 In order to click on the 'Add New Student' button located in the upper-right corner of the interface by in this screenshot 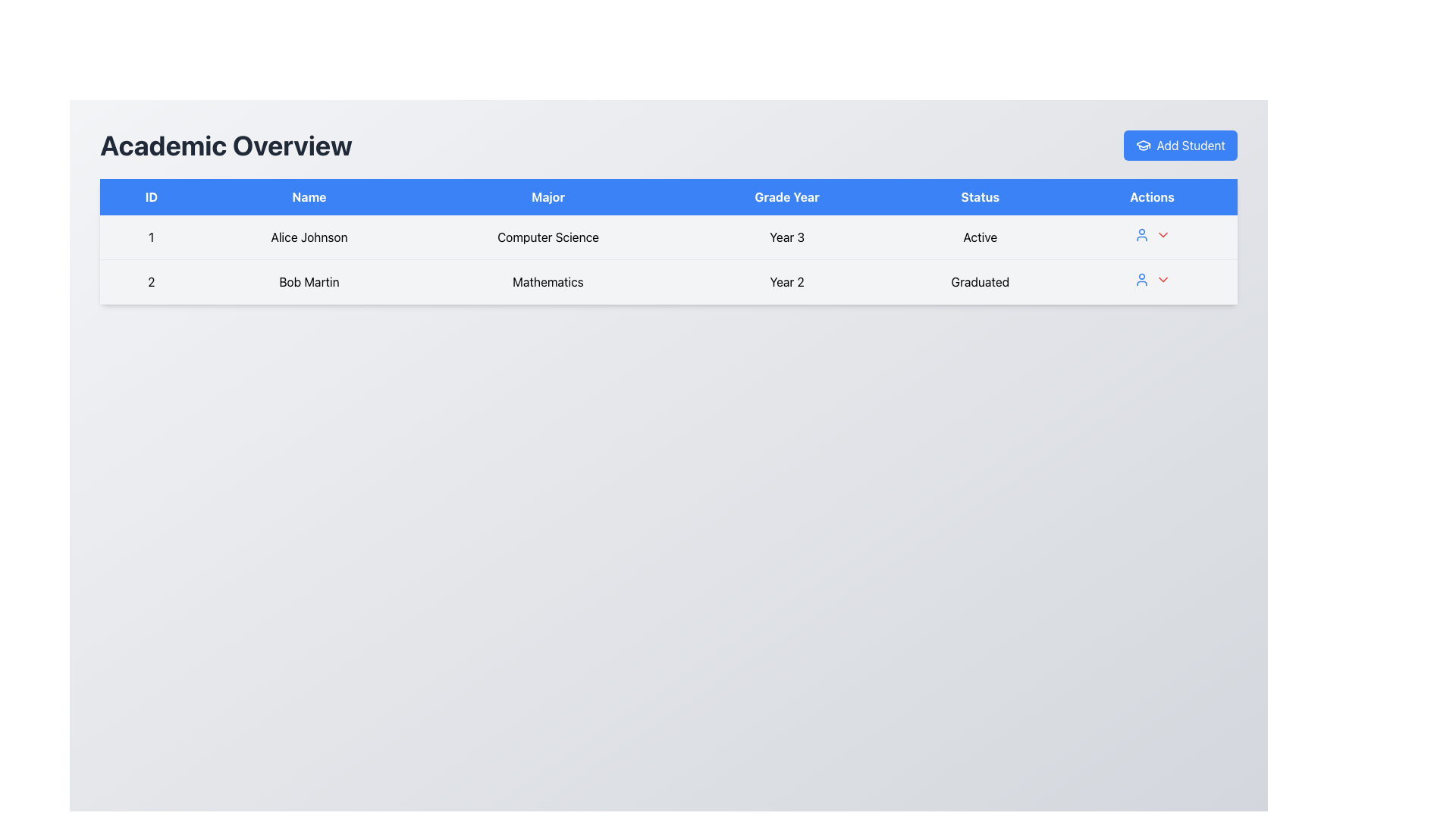, I will do `click(1179, 146)`.